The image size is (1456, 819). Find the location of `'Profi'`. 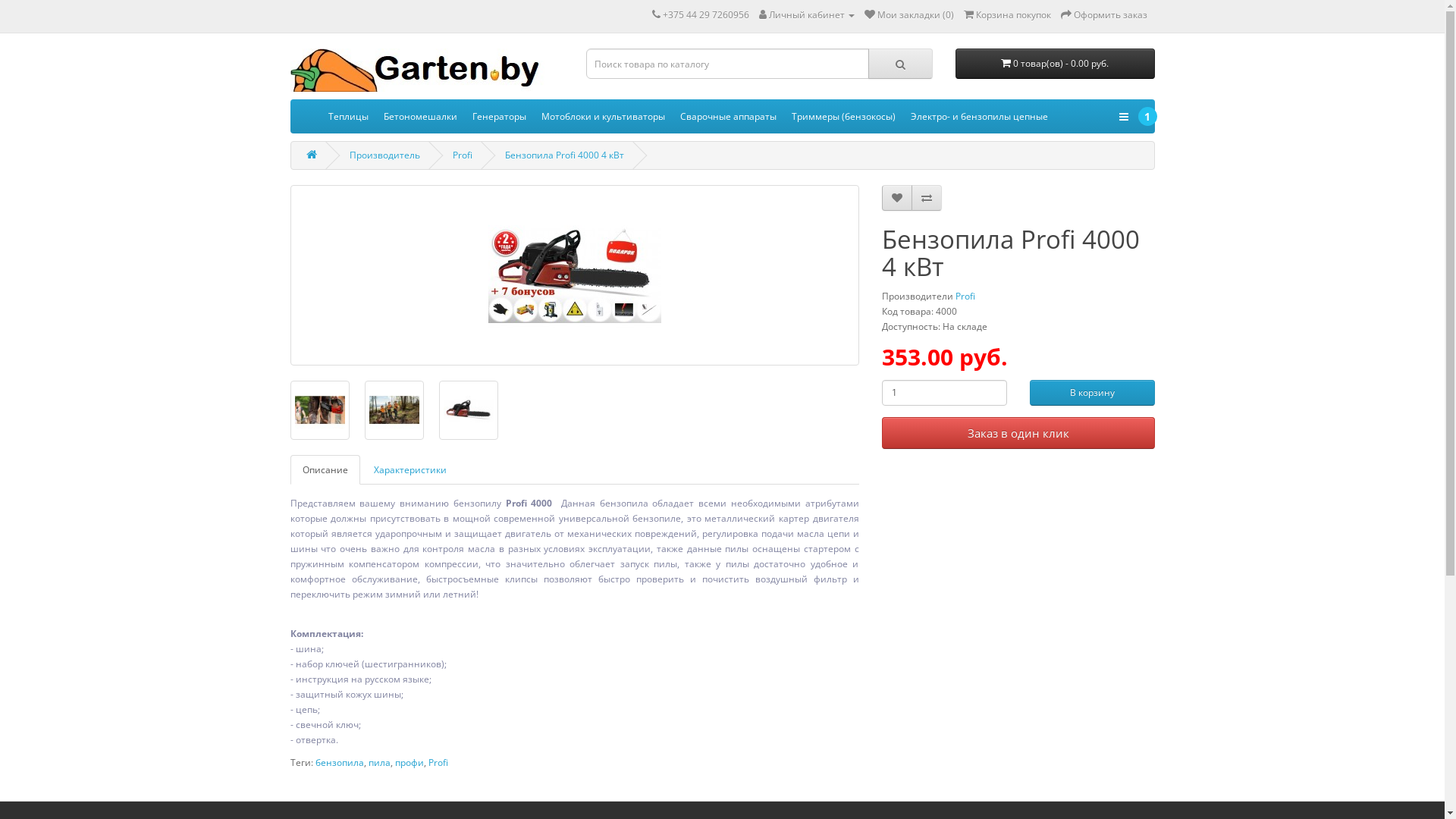

'Profi' is located at coordinates (450, 155).